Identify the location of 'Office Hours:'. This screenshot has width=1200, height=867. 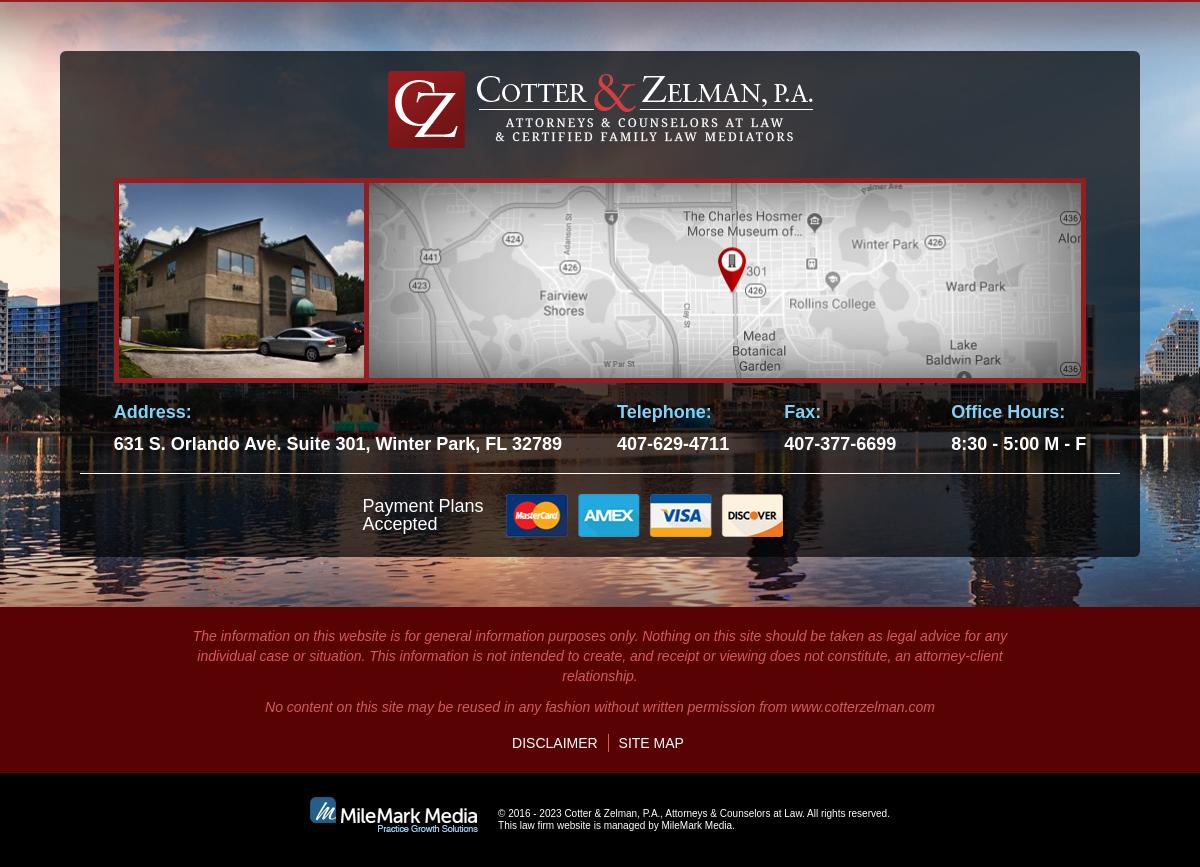
(1008, 410).